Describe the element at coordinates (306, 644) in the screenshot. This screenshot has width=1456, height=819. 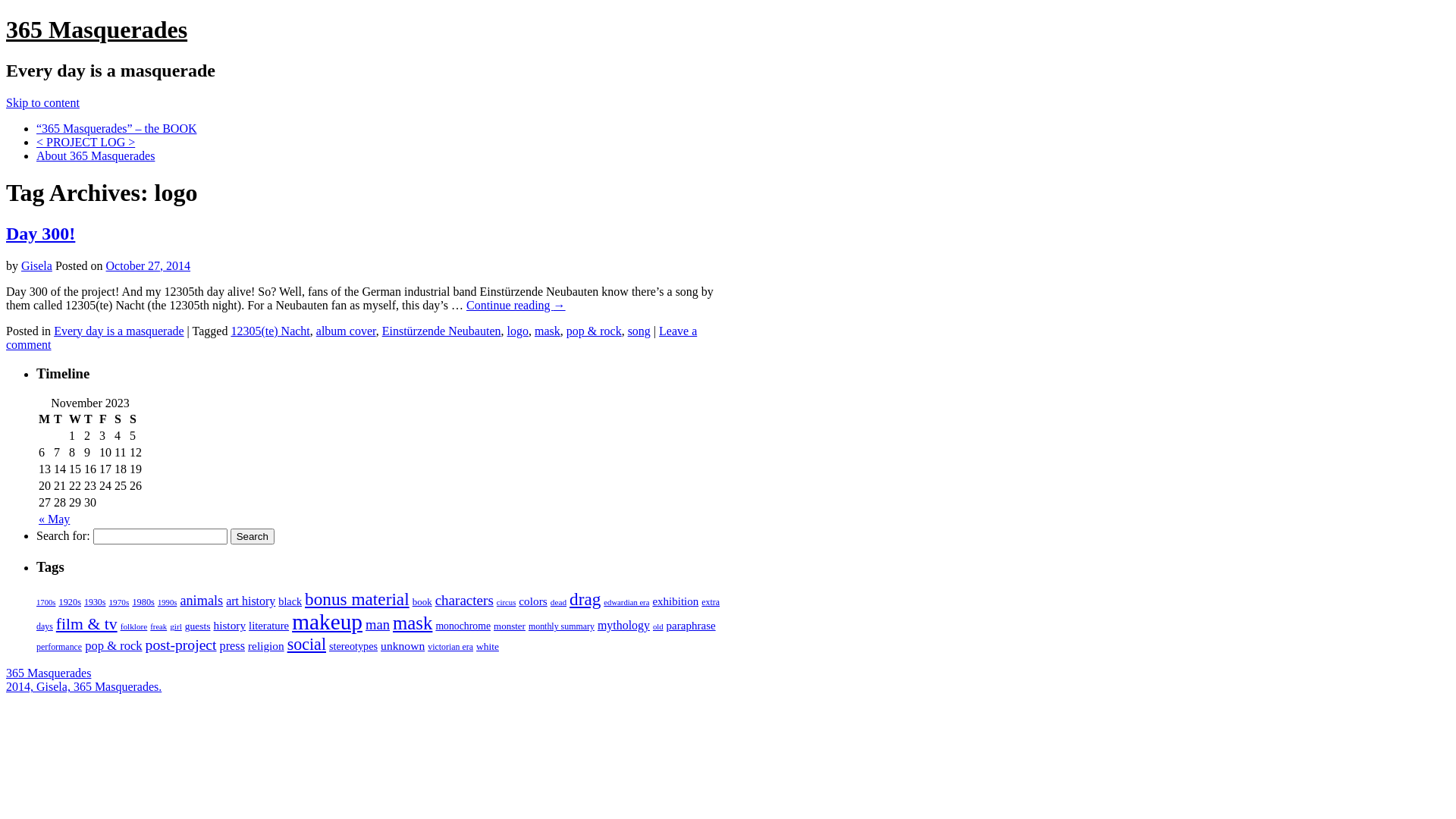
I see `'social'` at that location.